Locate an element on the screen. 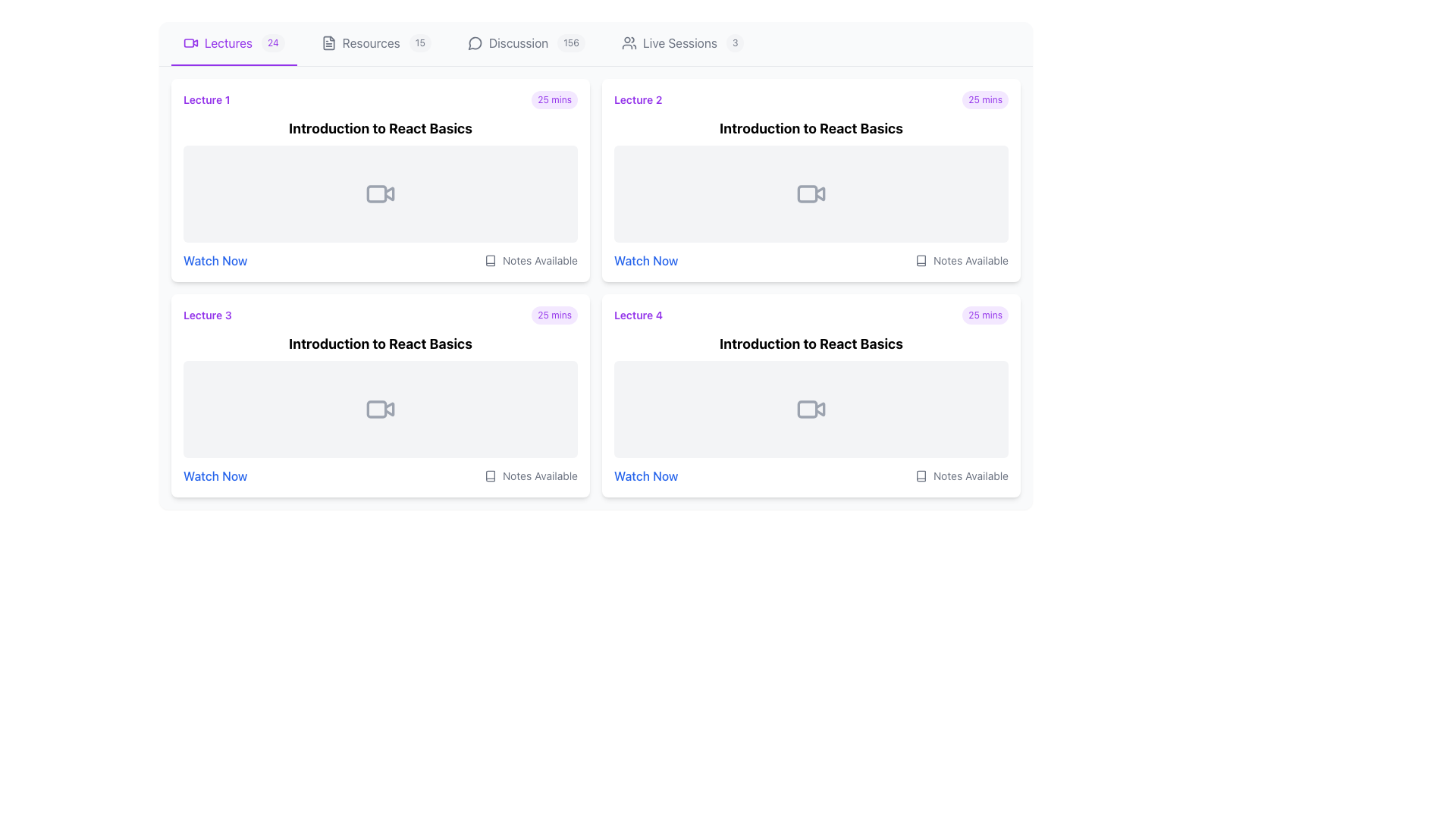 This screenshot has height=819, width=1456. the non-interactive rectangular SVG element with rounded corners, styled in a neutral color, located in the icon section of the Lecture 1 card is located at coordinates (188, 42).